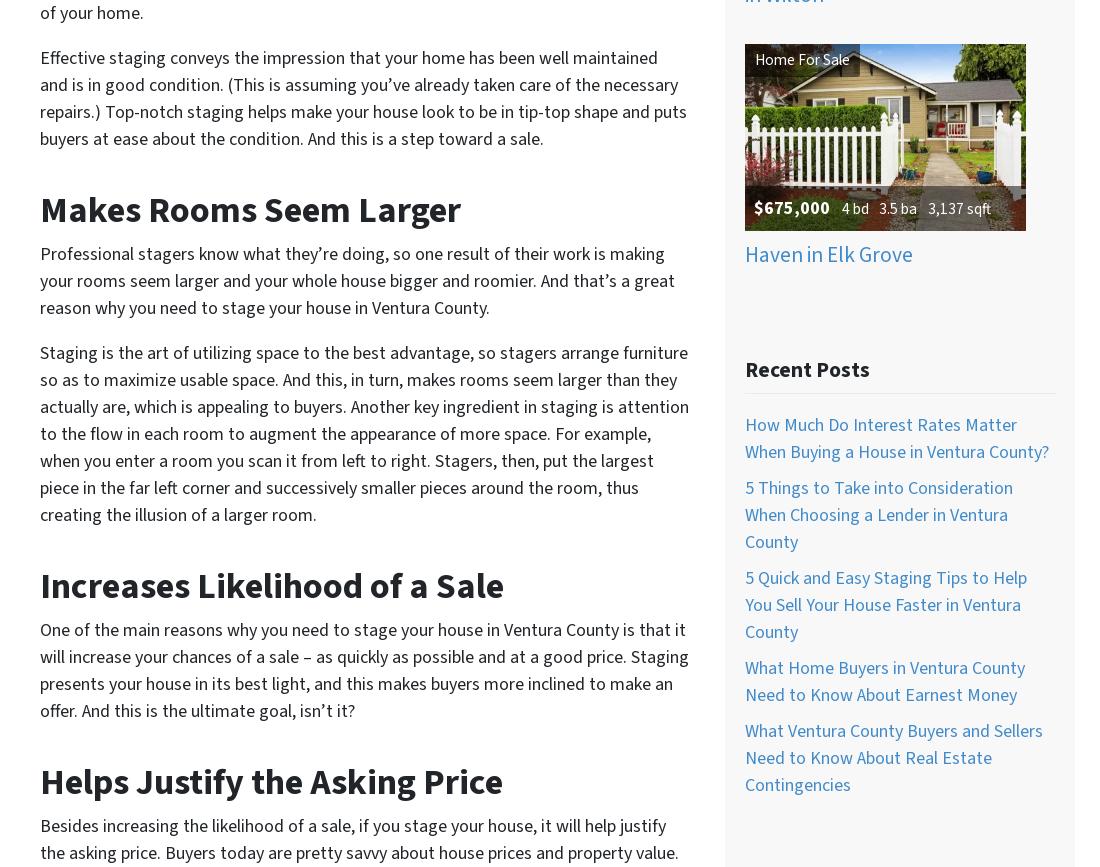  What do you see at coordinates (674, 22) in the screenshot?
I see `'805-232-8503'` at bounding box center [674, 22].